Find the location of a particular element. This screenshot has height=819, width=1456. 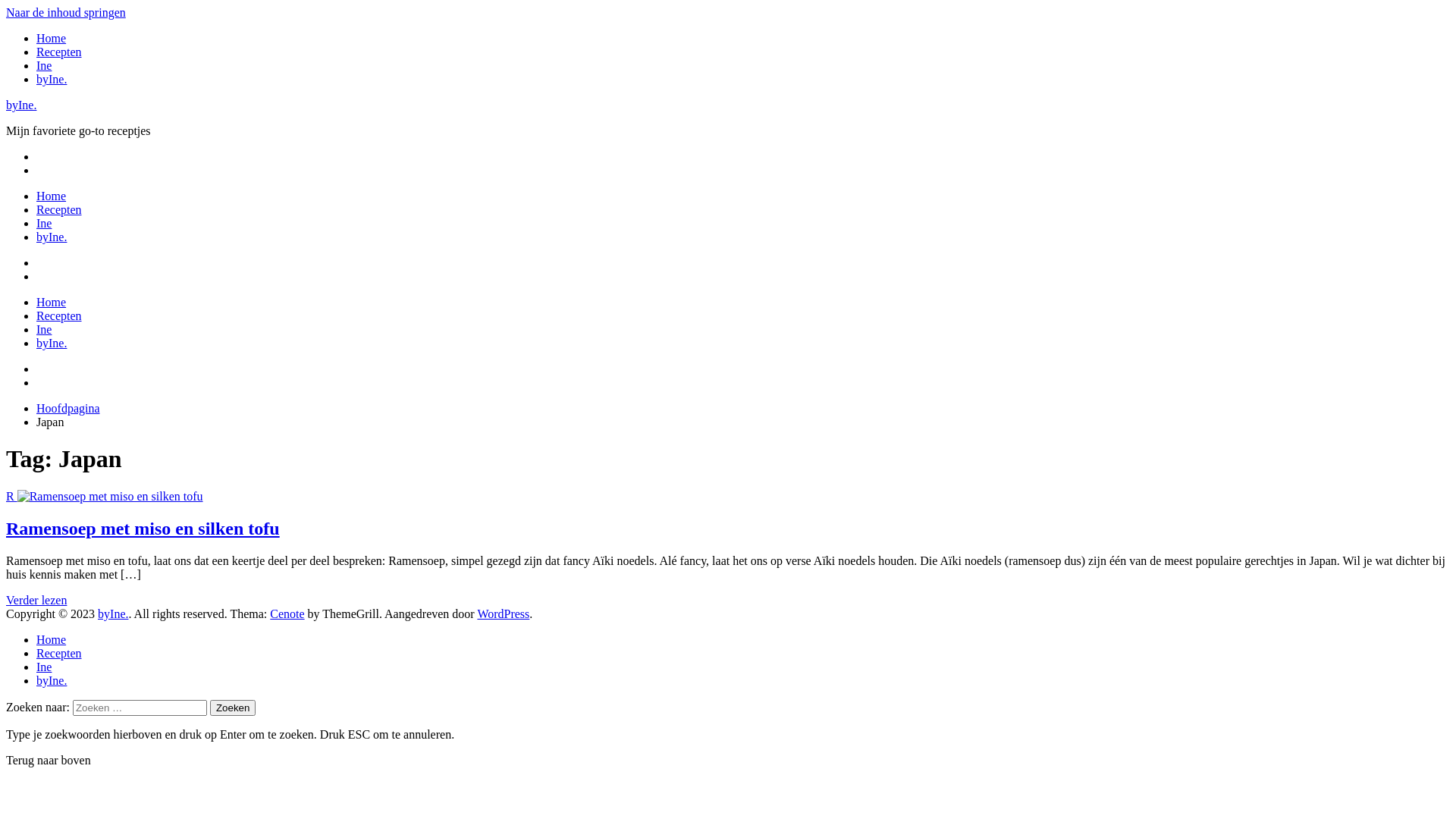

'byIne.' is located at coordinates (51, 237).